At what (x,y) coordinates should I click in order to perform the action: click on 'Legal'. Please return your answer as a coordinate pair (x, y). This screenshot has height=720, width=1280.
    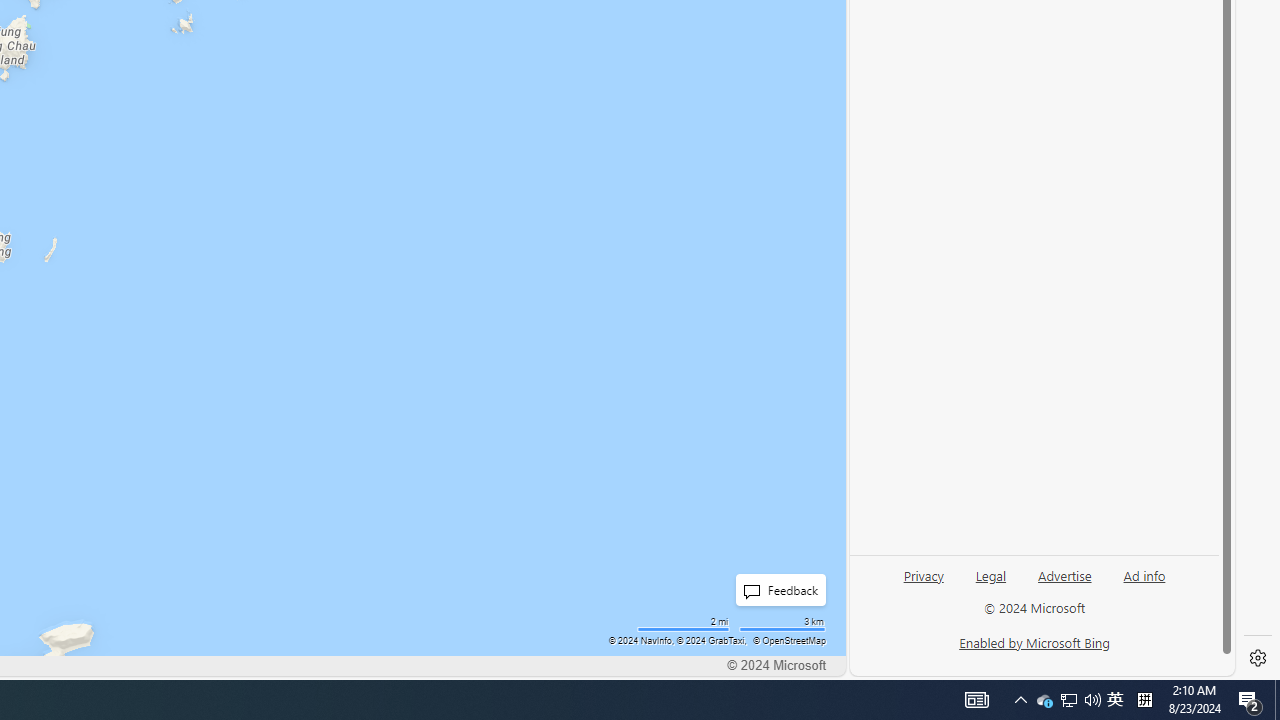
    Looking at the image, I should click on (990, 583).